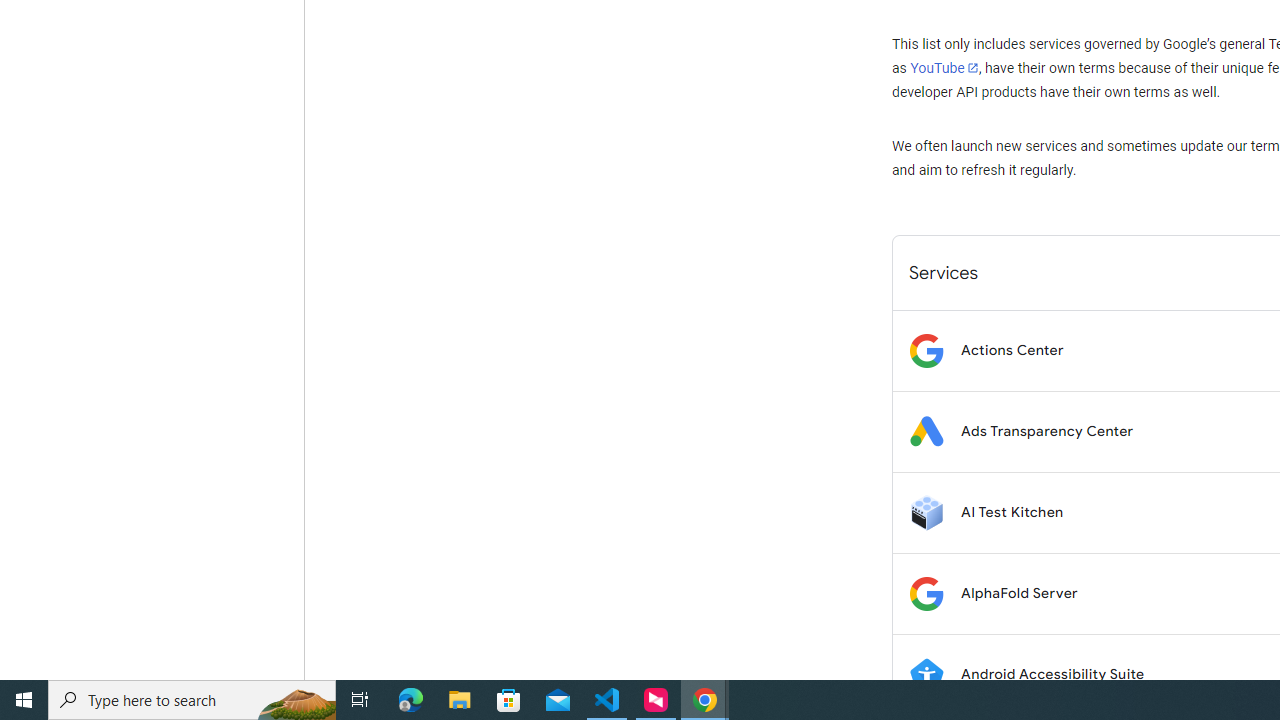  Describe the element at coordinates (925, 592) in the screenshot. I see `'Logo for AlphaFold Server'` at that location.